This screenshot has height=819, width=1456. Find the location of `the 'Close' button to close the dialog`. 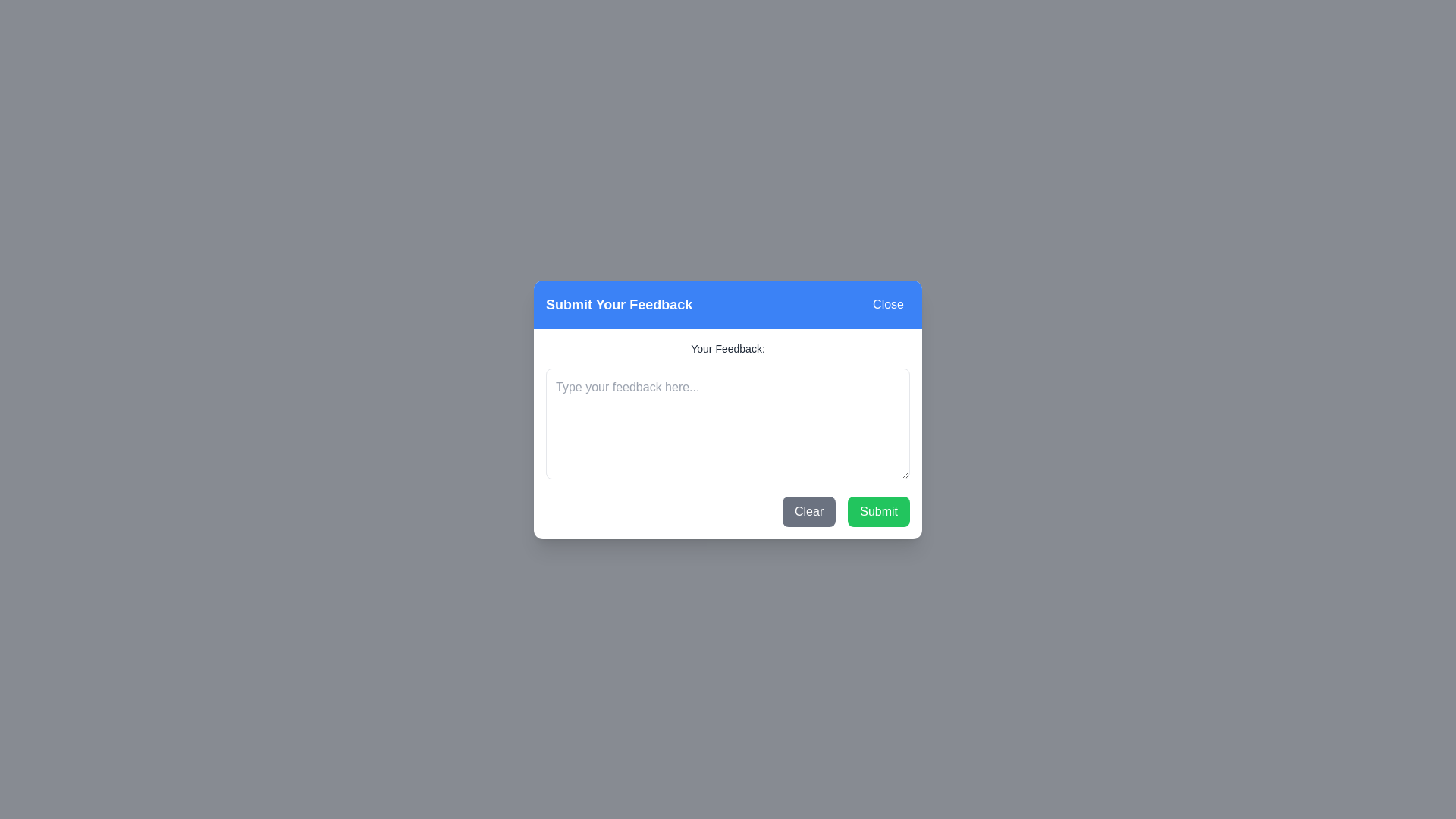

the 'Close' button to close the dialog is located at coordinates (888, 304).